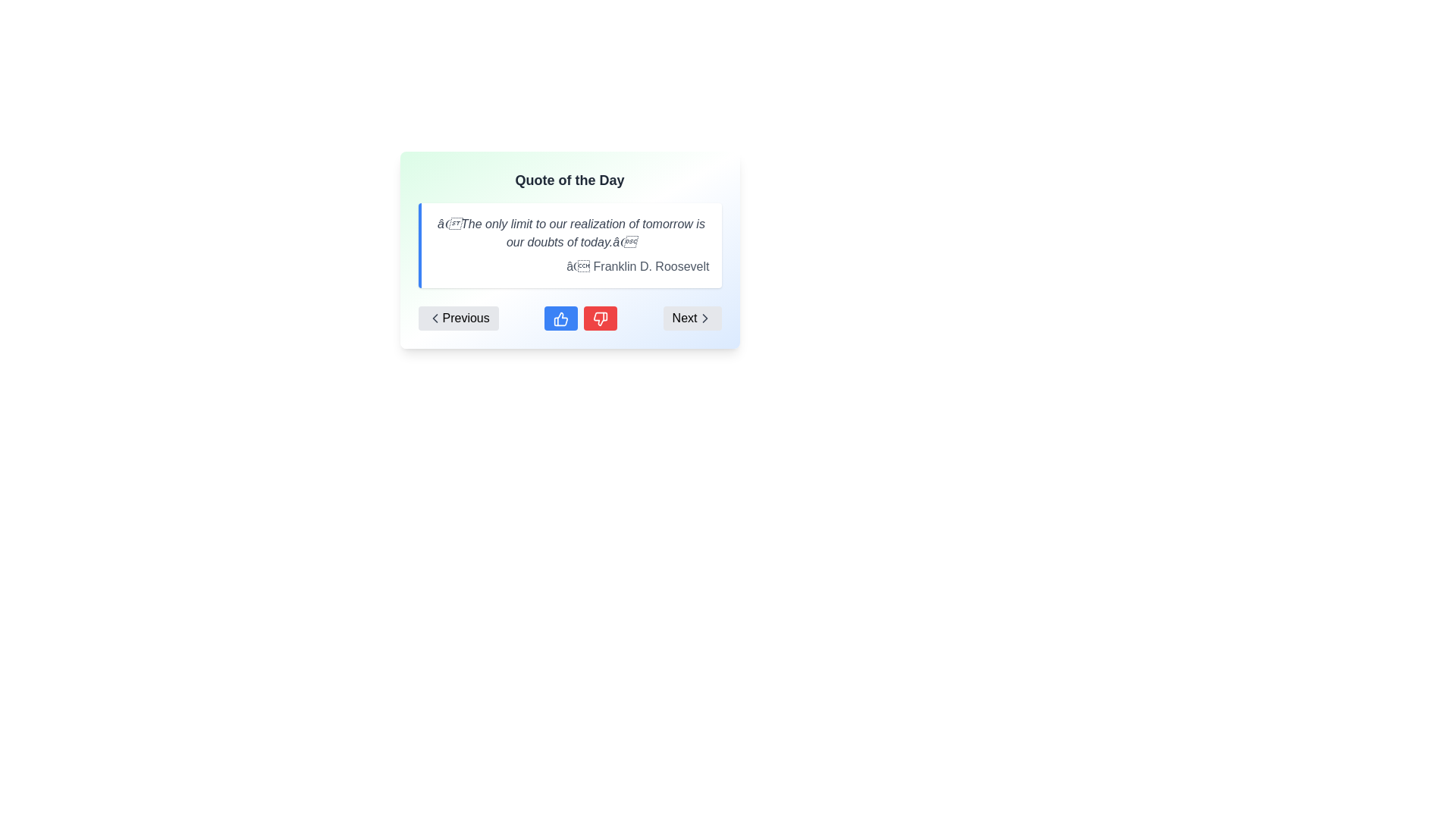  Describe the element at coordinates (600, 318) in the screenshot. I see `the Feedback Button, which is the third button from the left in the set of interactive buttons under the quote, to provide negative feedback` at that location.